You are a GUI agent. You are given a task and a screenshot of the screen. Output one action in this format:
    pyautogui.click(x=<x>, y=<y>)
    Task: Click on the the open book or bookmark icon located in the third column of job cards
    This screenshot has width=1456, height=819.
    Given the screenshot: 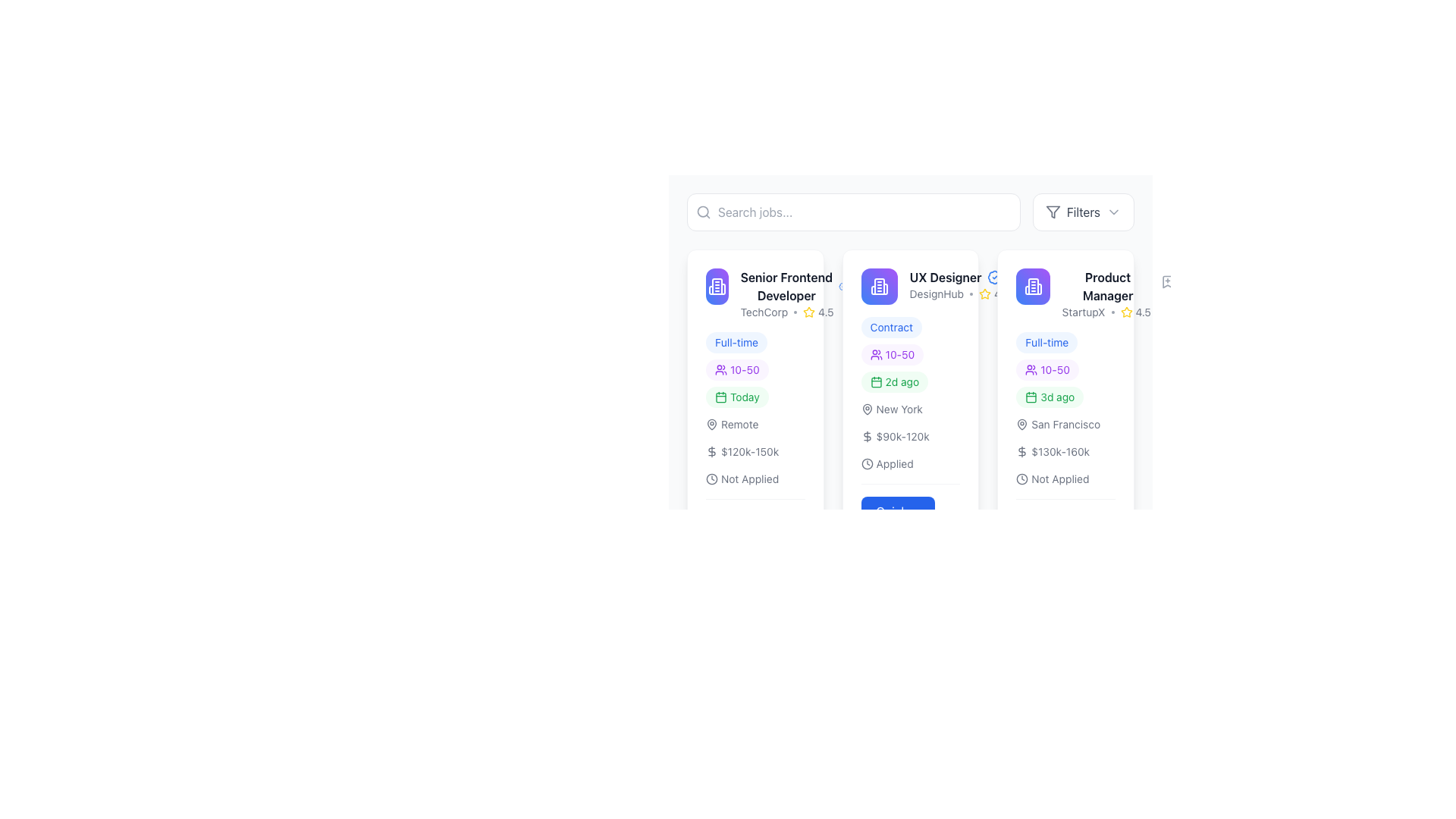 What is the action you would take?
    pyautogui.click(x=1023, y=281)
    